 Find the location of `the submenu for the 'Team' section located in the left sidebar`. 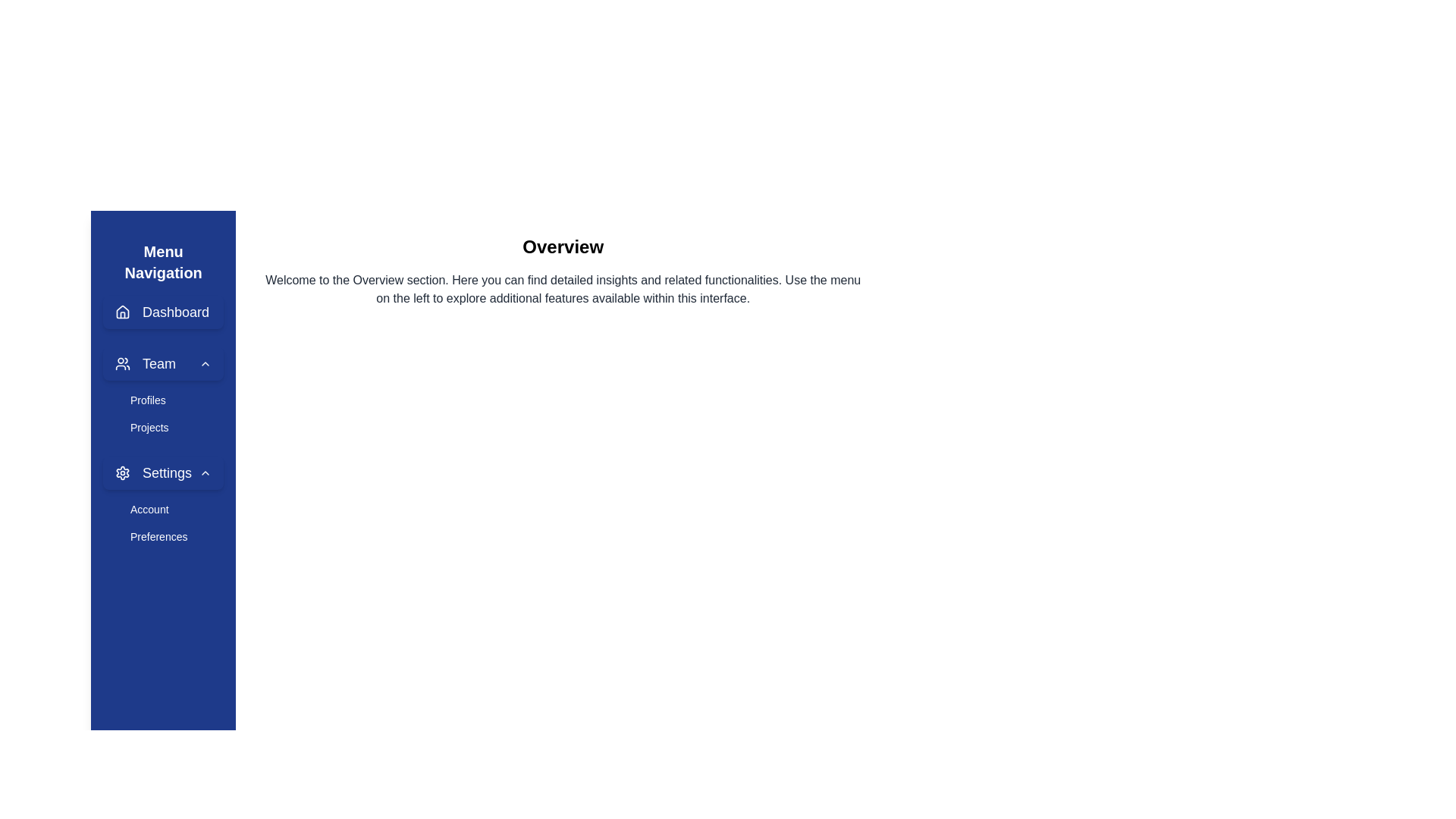

the submenu for the 'Team' section located in the left sidebar is located at coordinates (172, 414).